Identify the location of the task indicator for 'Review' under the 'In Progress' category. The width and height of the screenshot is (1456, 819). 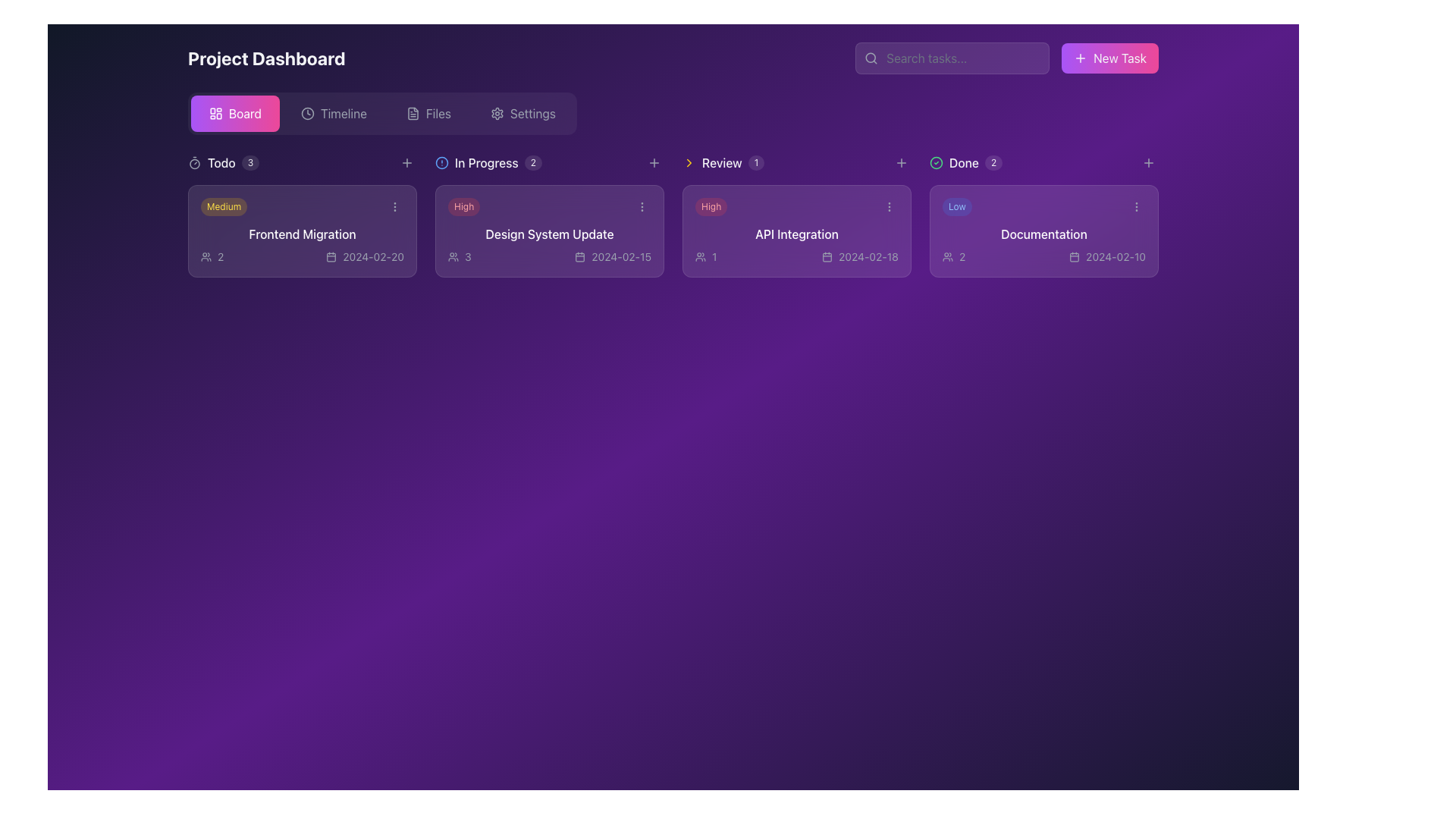
(723, 163).